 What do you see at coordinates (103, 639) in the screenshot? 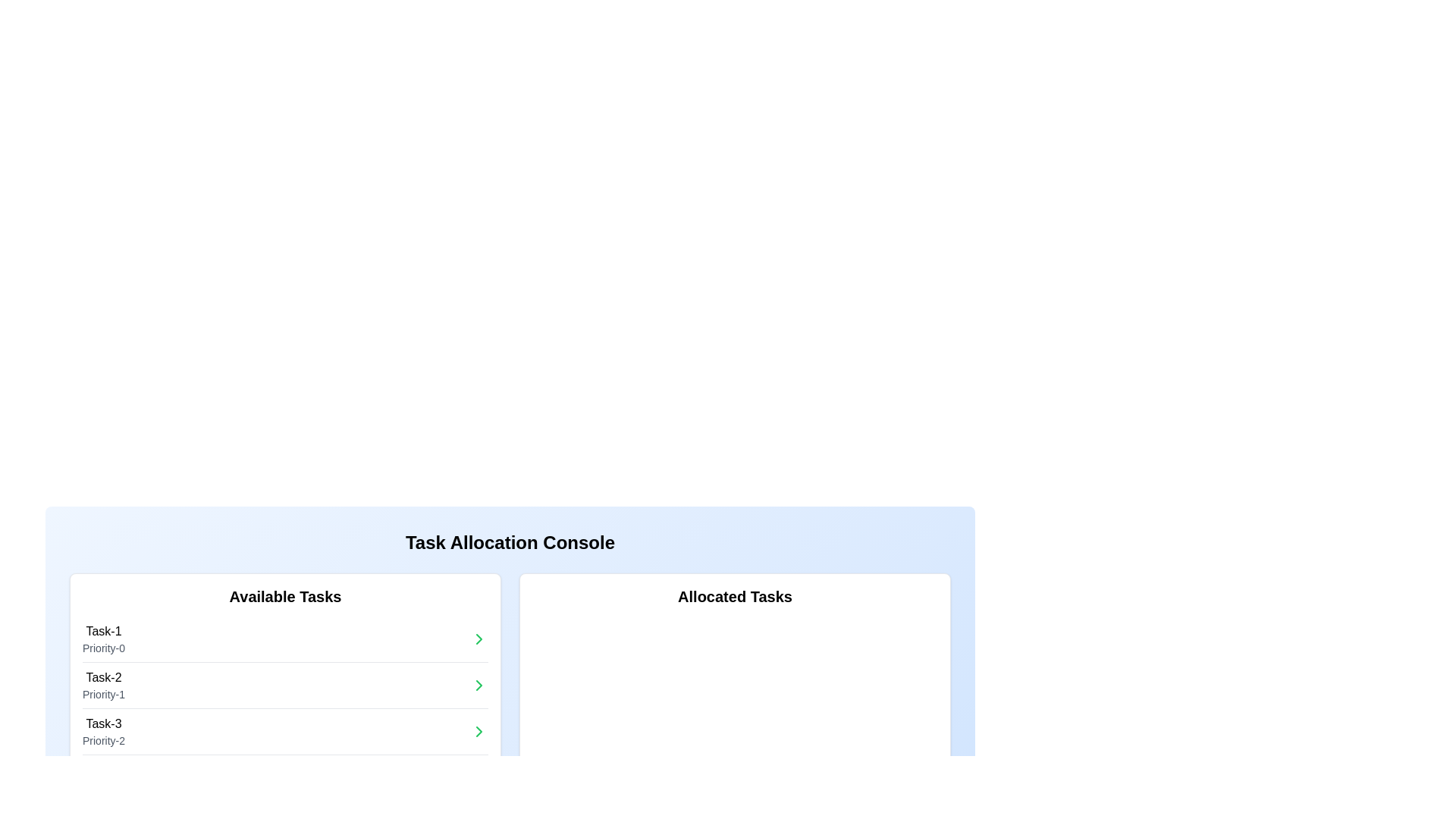
I see `the text label displaying 'Task-1' and 'Priority-0' located under the 'Available Tasks' section` at bounding box center [103, 639].